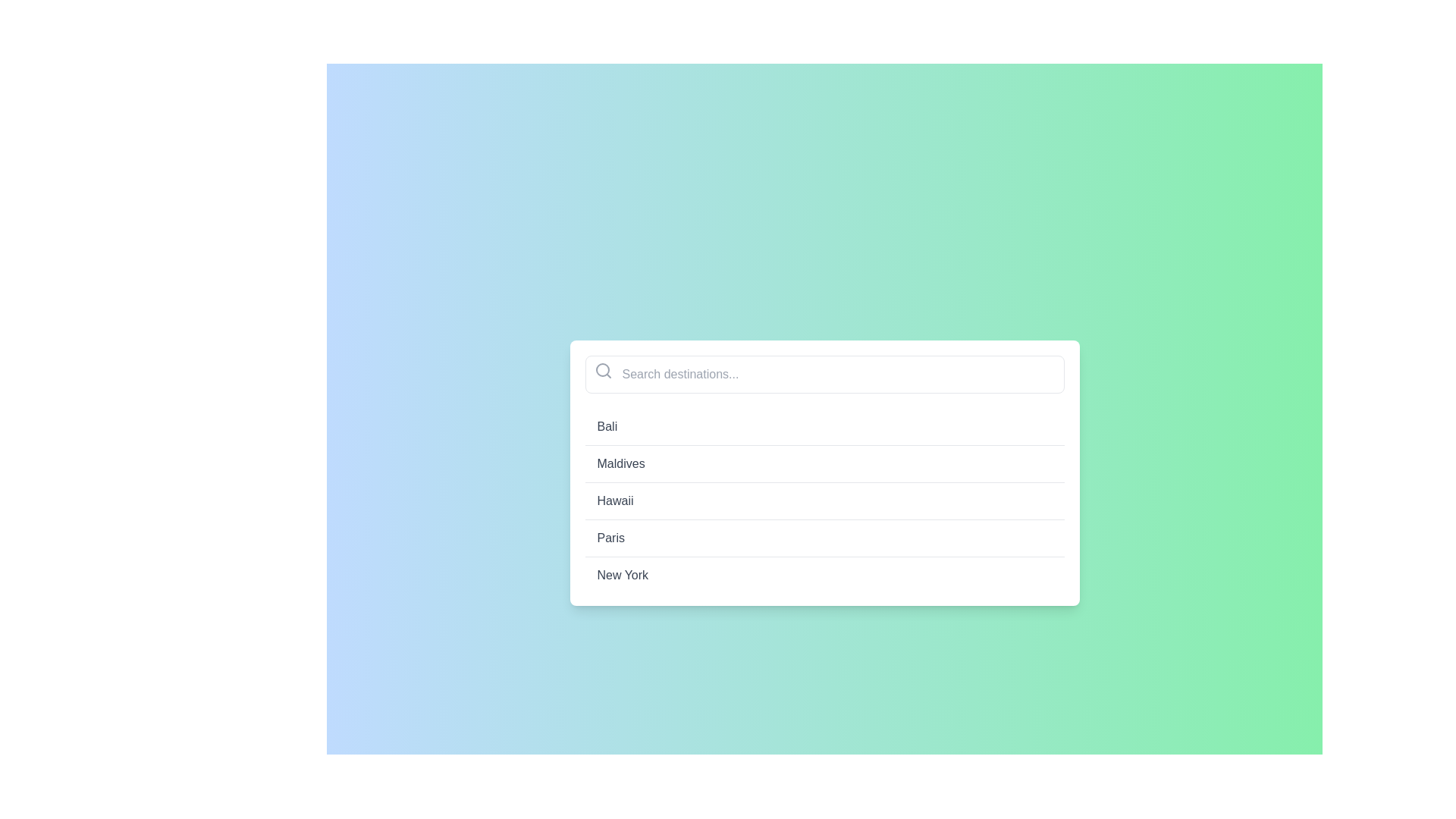 The height and width of the screenshot is (819, 1456). I want to click on the ListItem displaying the word 'Paris', which is the fourth item in the list, styled with medium font weight and gray color, so click(824, 537).